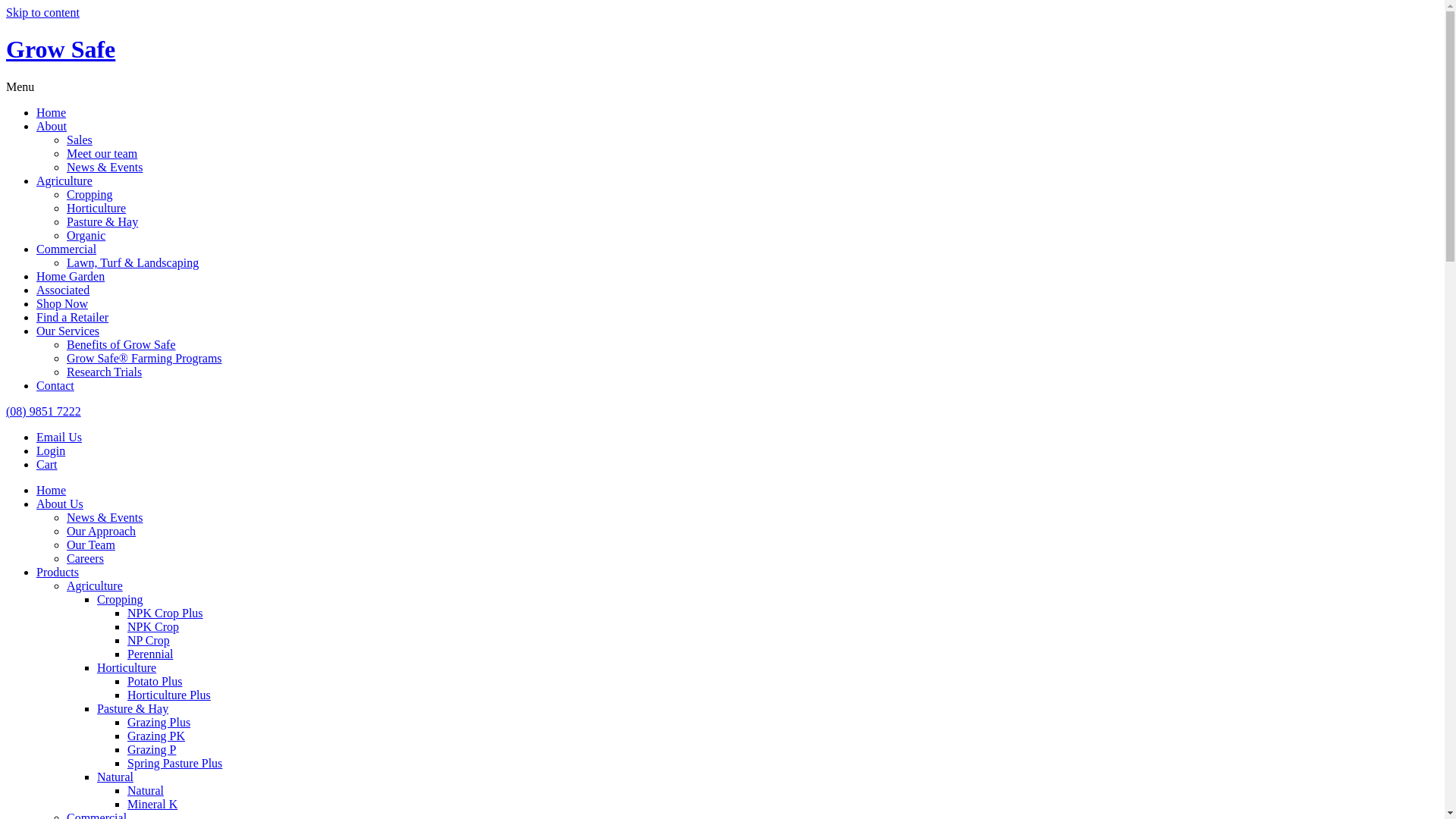 Image resolution: width=1456 pixels, height=819 pixels. What do you see at coordinates (127, 667) in the screenshot?
I see `'Horticulture'` at bounding box center [127, 667].